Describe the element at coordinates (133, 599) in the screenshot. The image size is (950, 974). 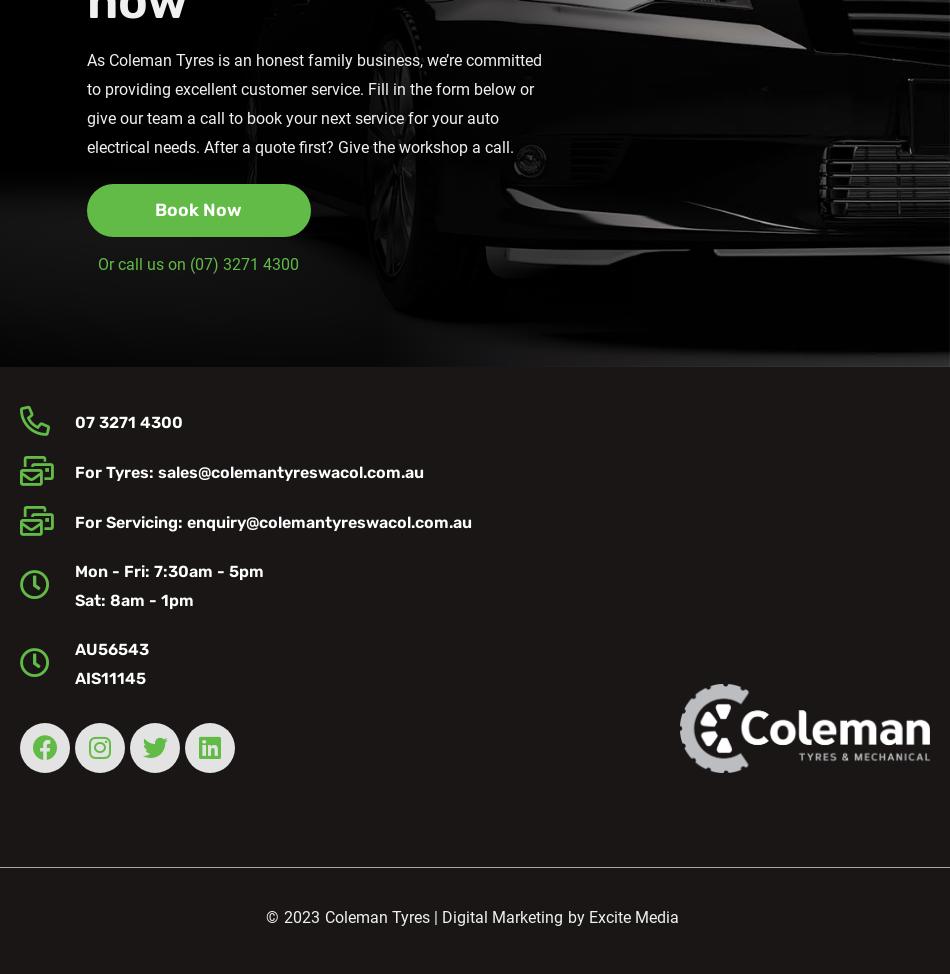
I see `'Sat: 8am - 1pm'` at that location.